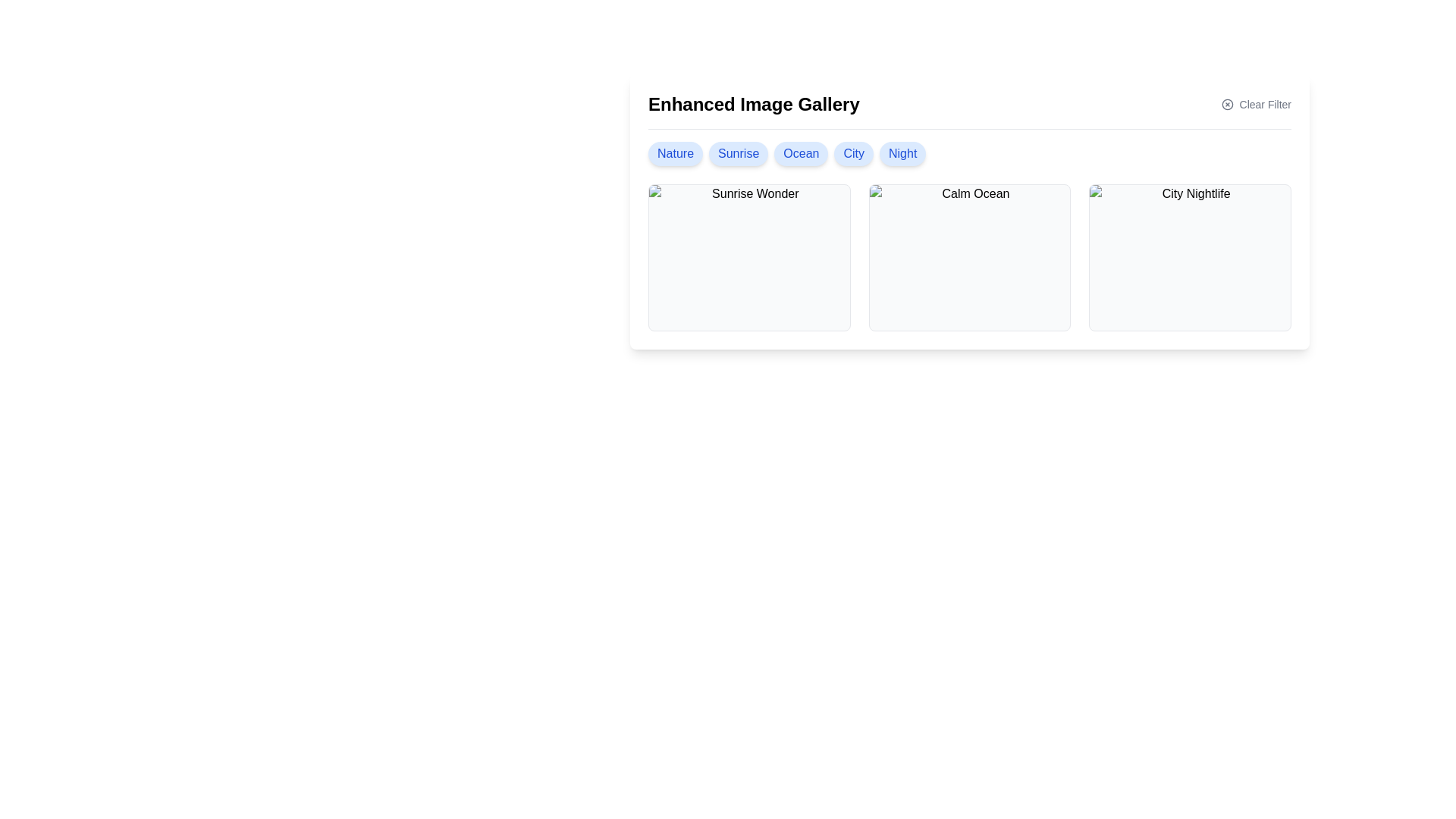 This screenshot has width=1456, height=819. What do you see at coordinates (675, 154) in the screenshot?
I see `the 'Nature' filter button located just beneath the title 'Enhanced Image Gallery'` at bounding box center [675, 154].